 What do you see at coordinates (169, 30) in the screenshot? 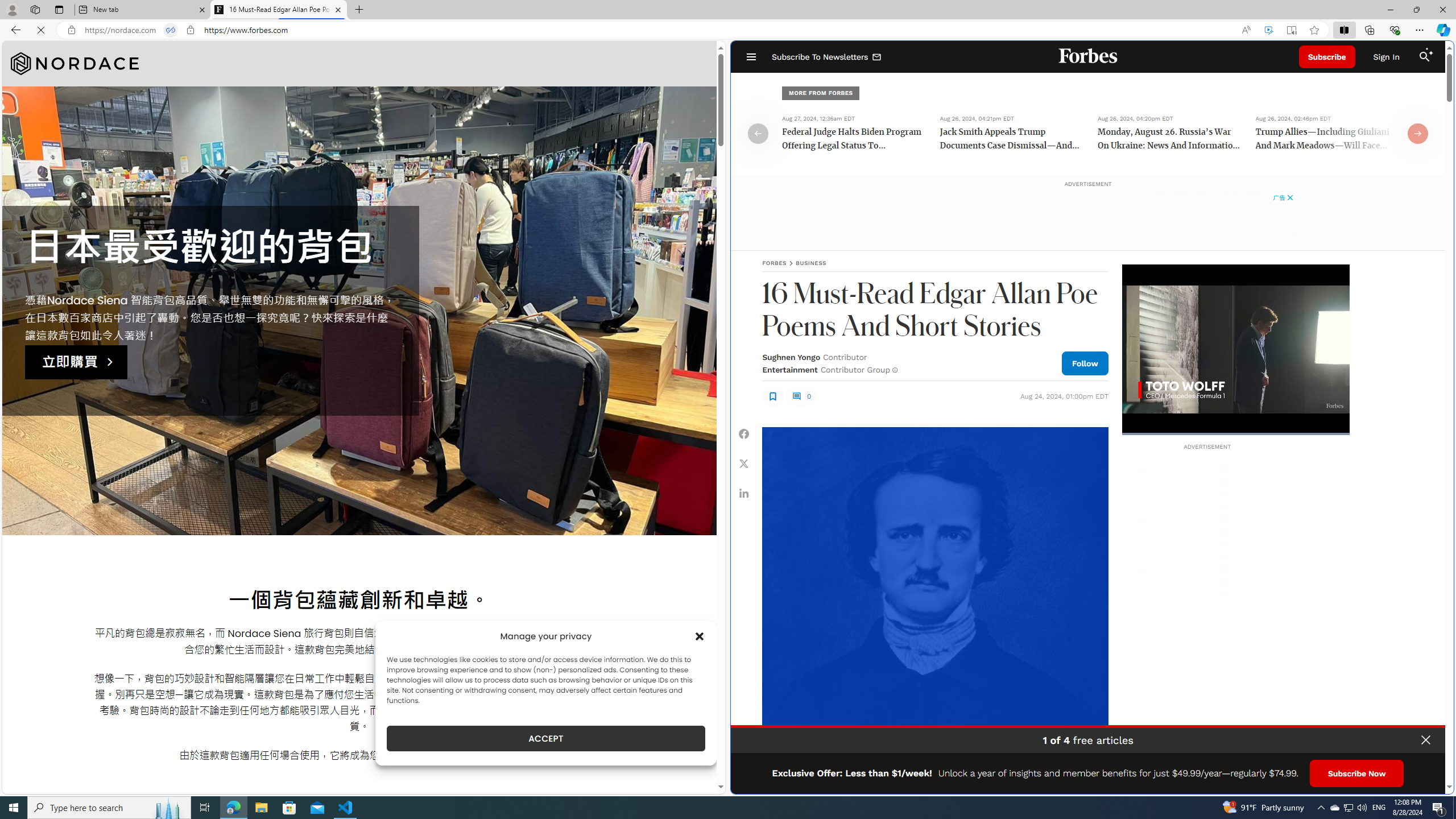
I see `'Tabs in split screen'` at bounding box center [169, 30].